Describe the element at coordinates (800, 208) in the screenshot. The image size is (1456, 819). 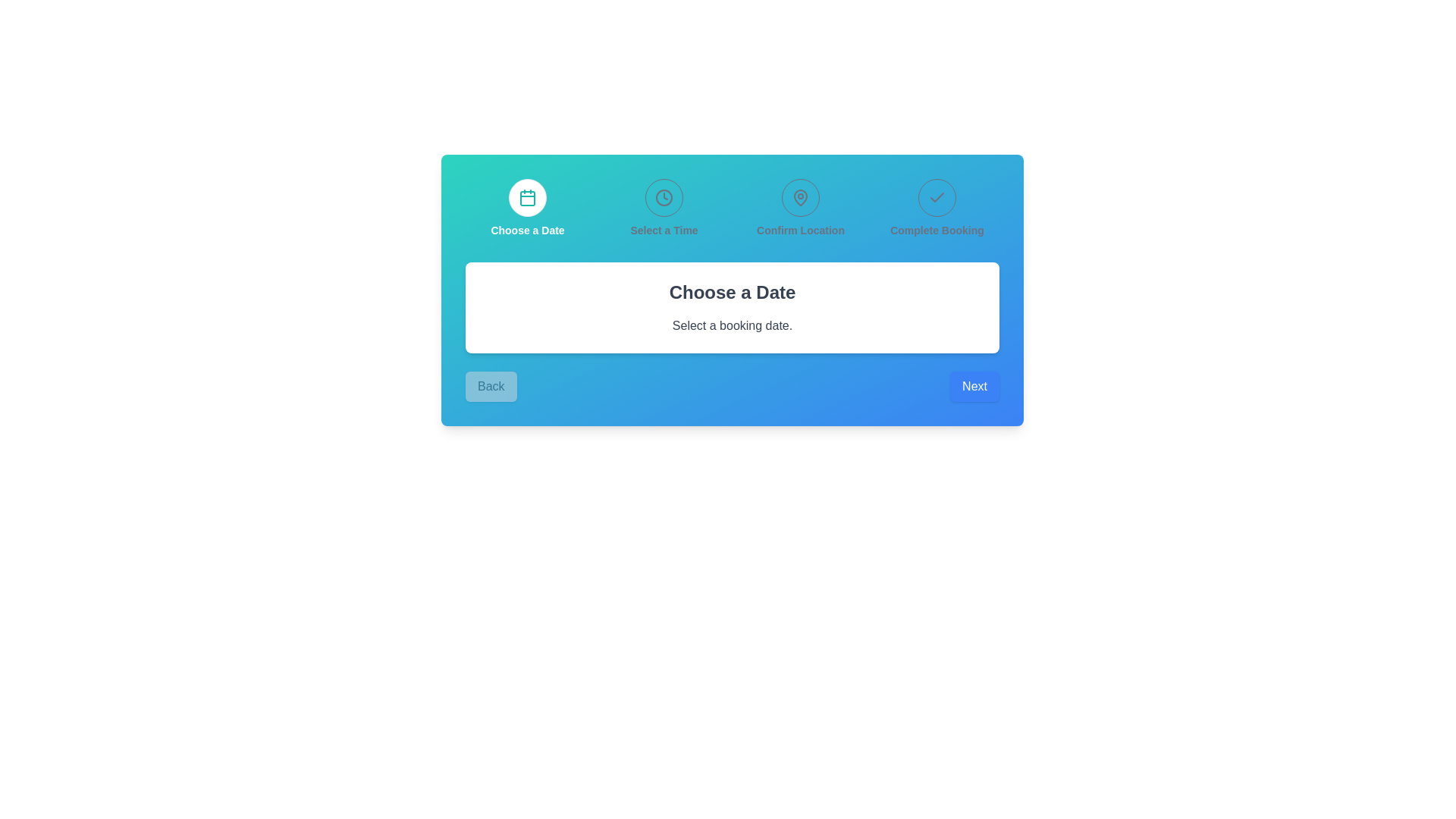
I see `the location confirmation indicator, which is the third element in a grid of four cells in the multi-step booking process` at that location.